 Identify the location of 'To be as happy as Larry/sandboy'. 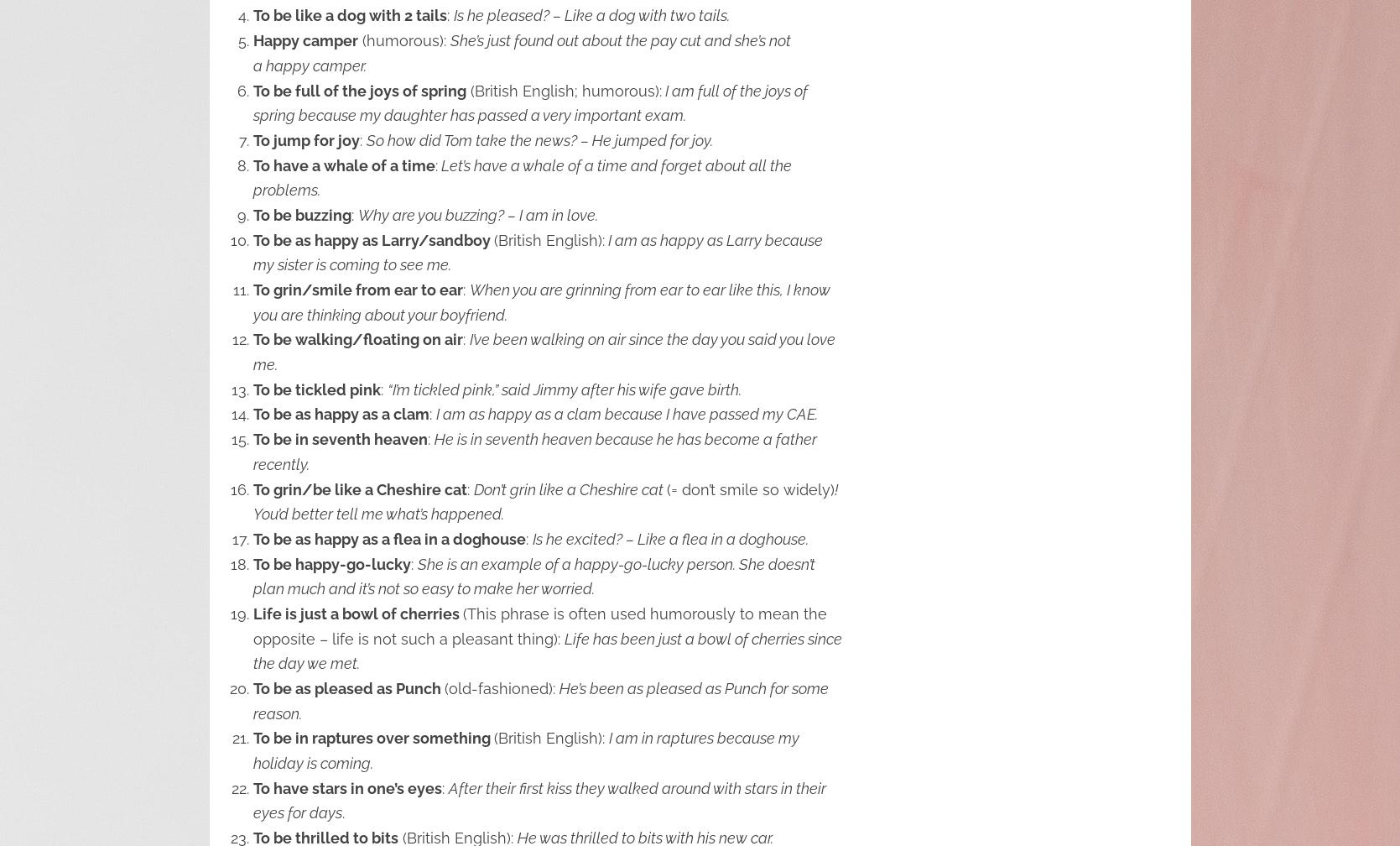
(372, 239).